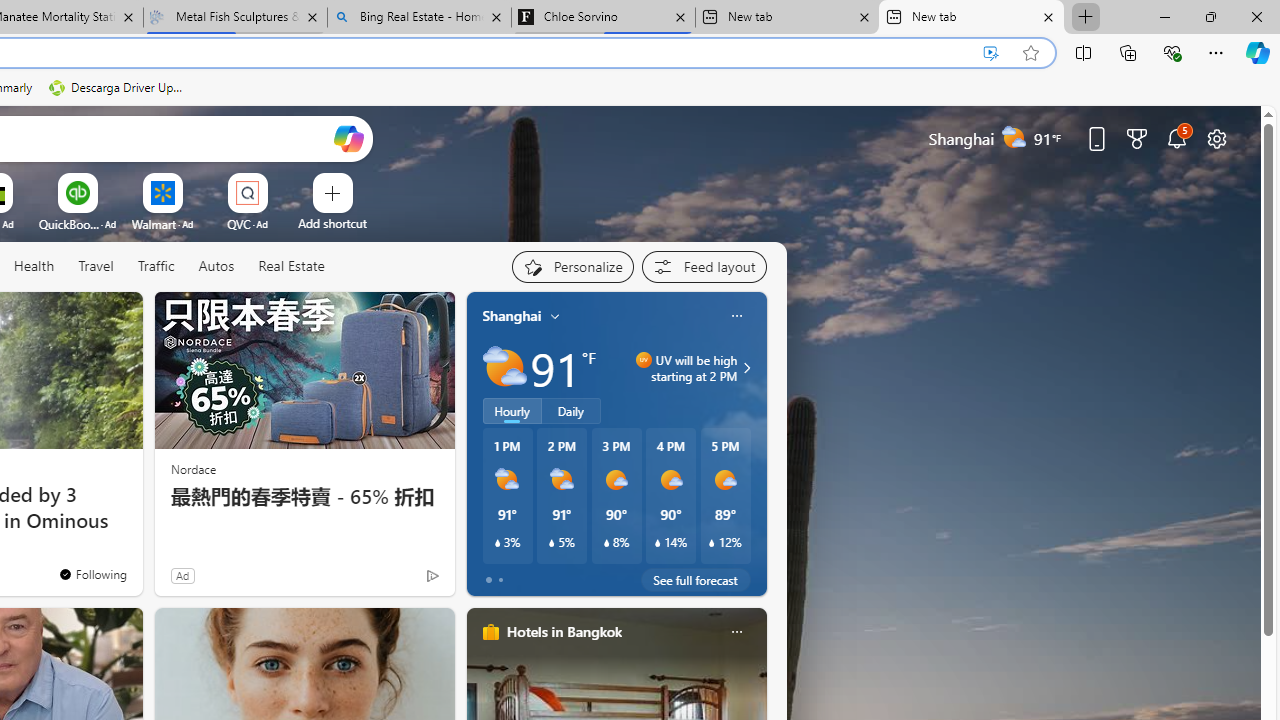 This screenshot has height=720, width=1280. I want to click on 'tab-1', so click(500, 579).